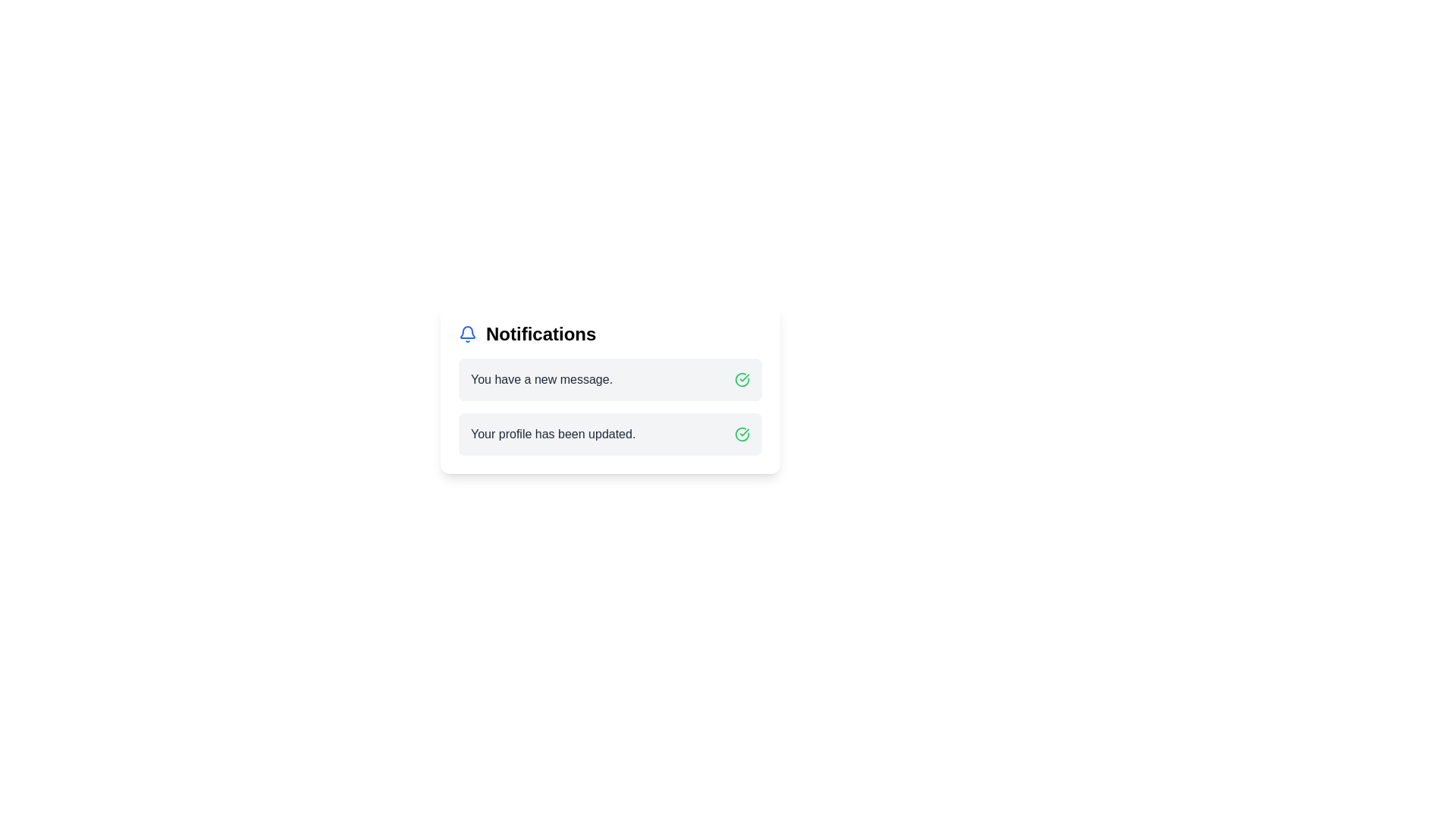  What do you see at coordinates (742, 379) in the screenshot?
I see `the circular green checkmark icon located at the right end of the notification card containing the message 'You have a new message.'` at bounding box center [742, 379].